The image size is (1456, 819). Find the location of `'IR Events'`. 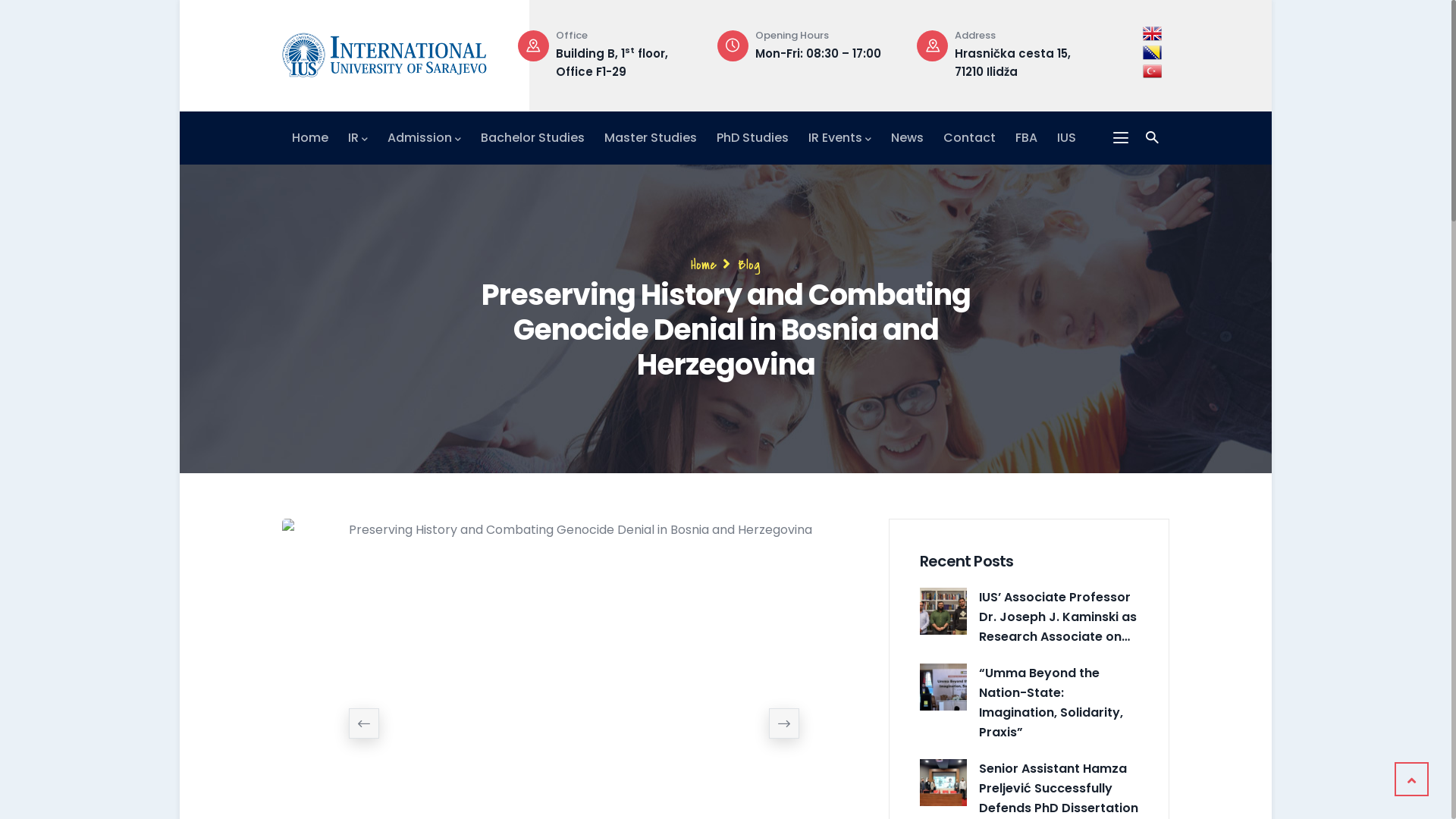

'IR Events' is located at coordinates (839, 137).